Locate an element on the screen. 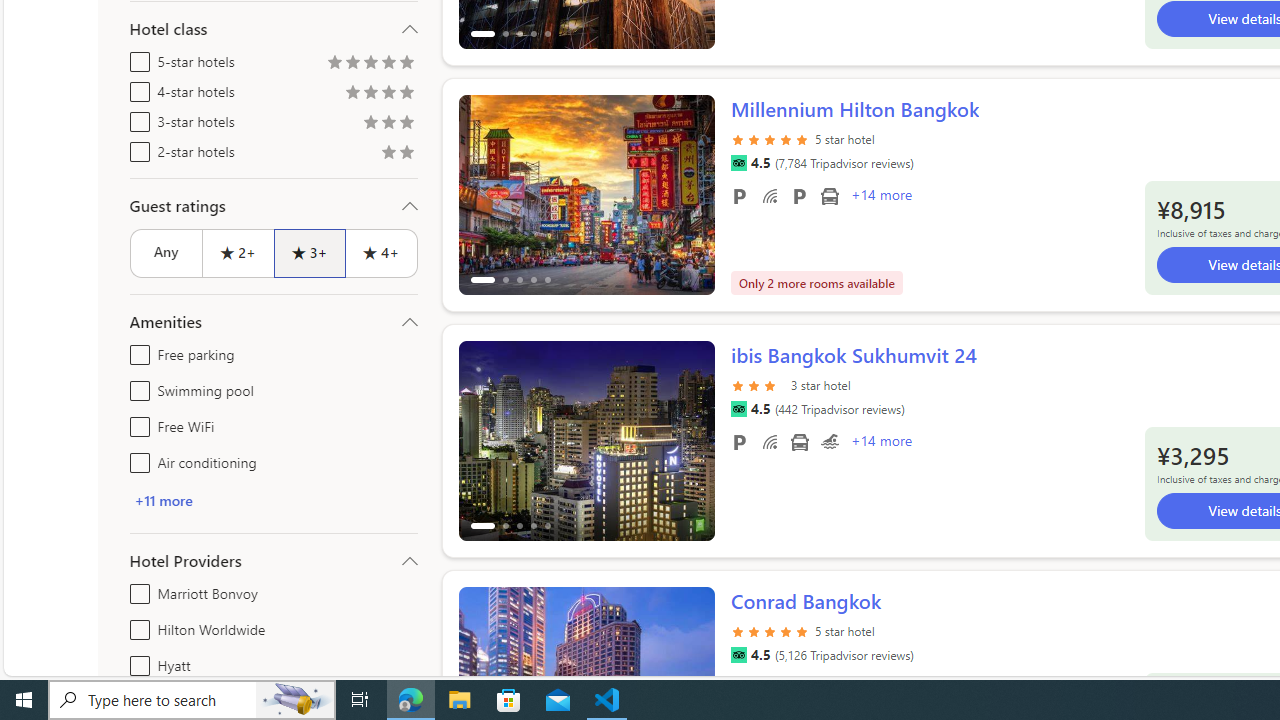  'Guest ratings' is located at coordinates (272, 205).